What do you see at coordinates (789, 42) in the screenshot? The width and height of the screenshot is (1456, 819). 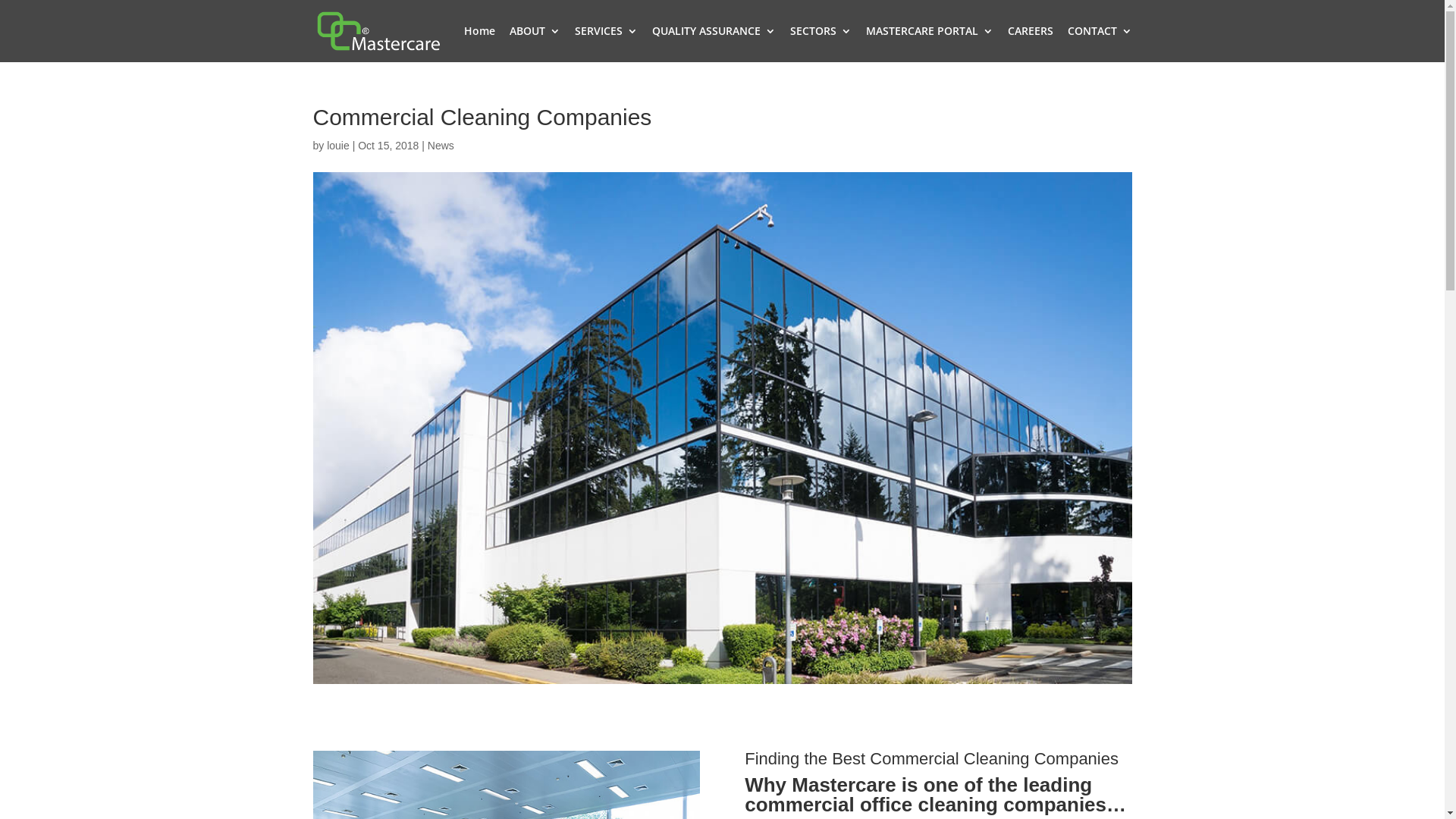 I see `'SECTORS'` at bounding box center [789, 42].